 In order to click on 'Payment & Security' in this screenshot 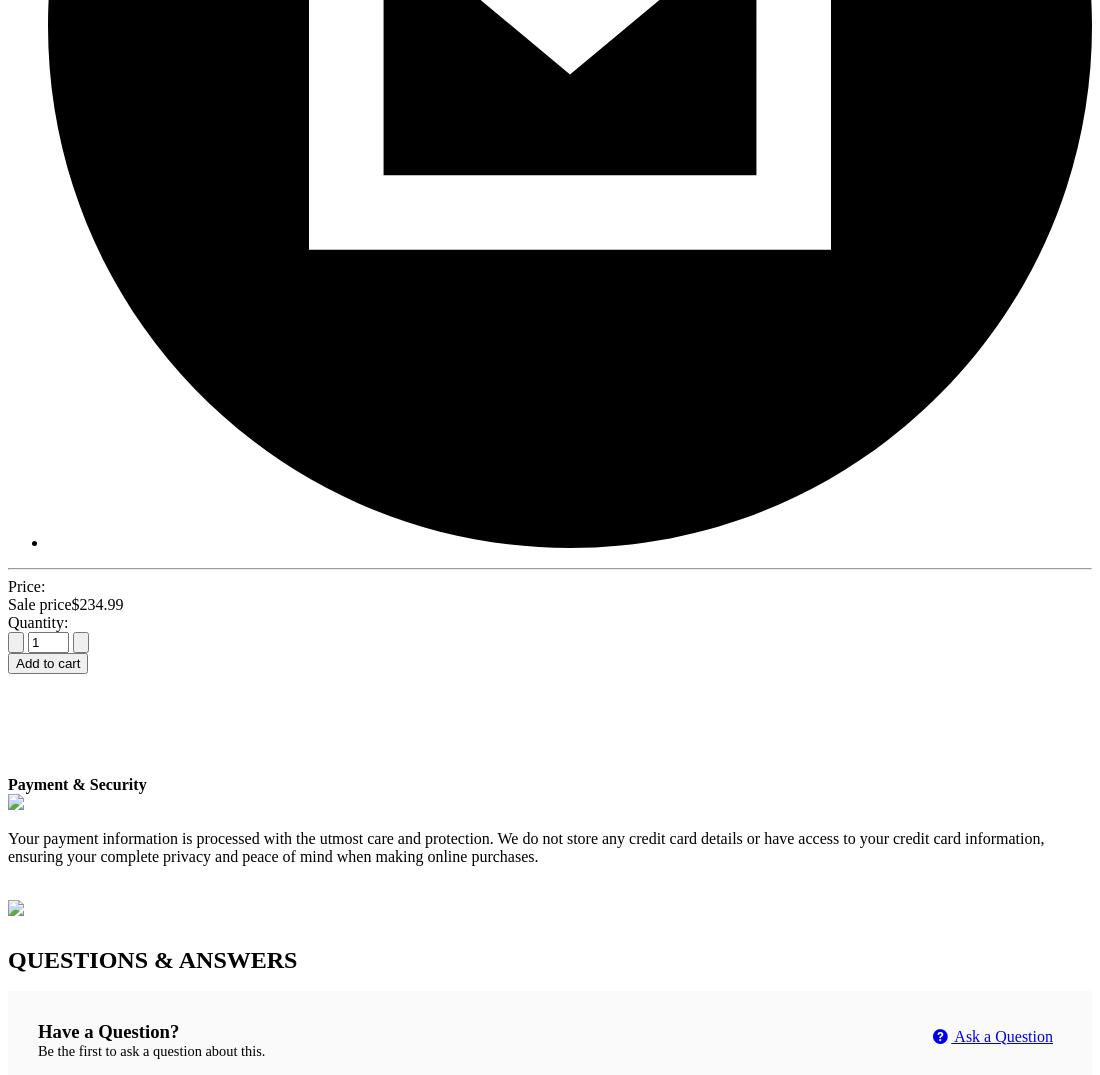, I will do `click(77, 783)`.